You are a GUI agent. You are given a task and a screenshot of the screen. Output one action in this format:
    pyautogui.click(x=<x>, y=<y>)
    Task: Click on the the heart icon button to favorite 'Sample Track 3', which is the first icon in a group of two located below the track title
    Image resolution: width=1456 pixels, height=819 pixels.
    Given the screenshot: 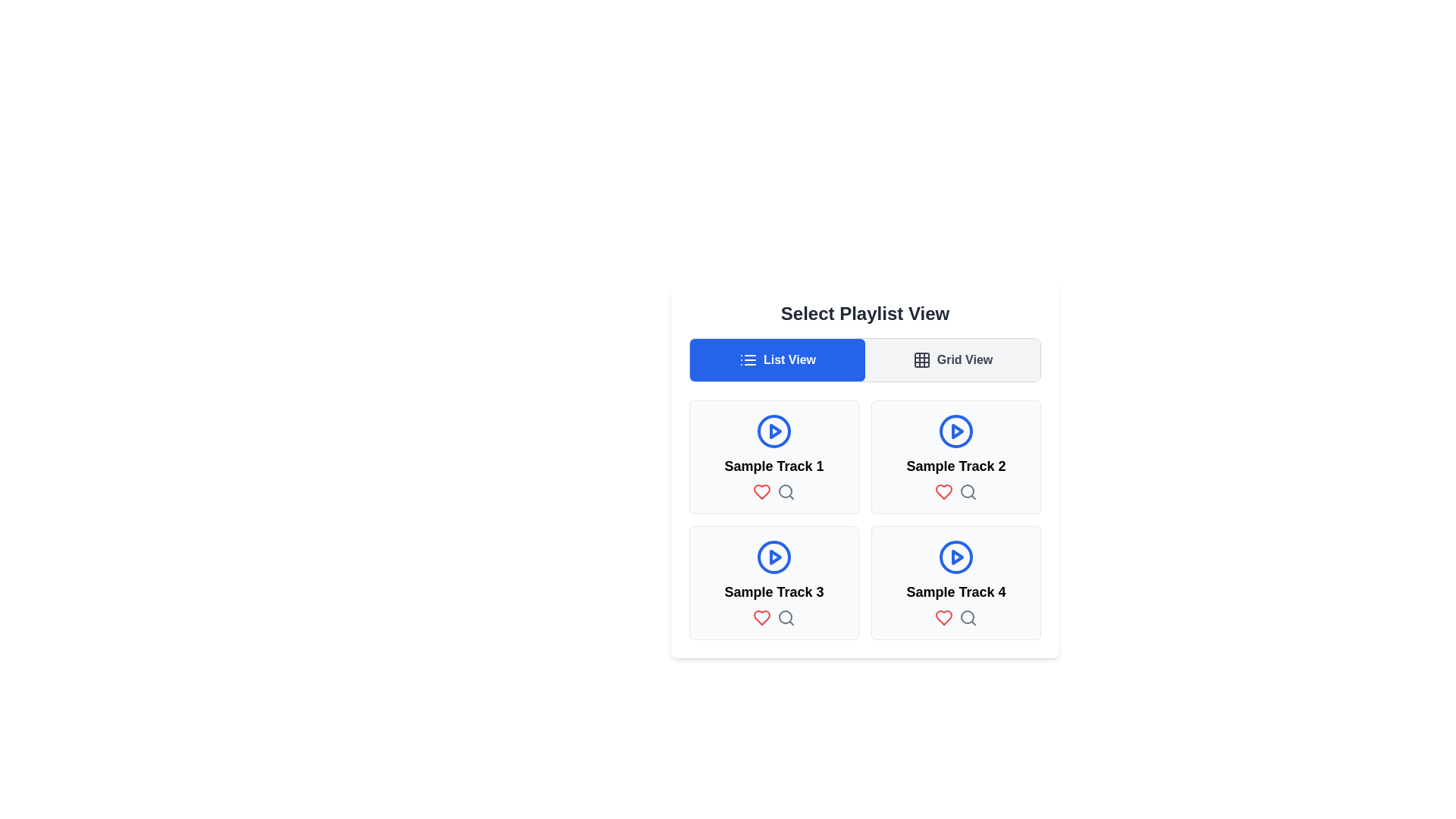 What is the action you would take?
    pyautogui.click(x=761, y=617)
    